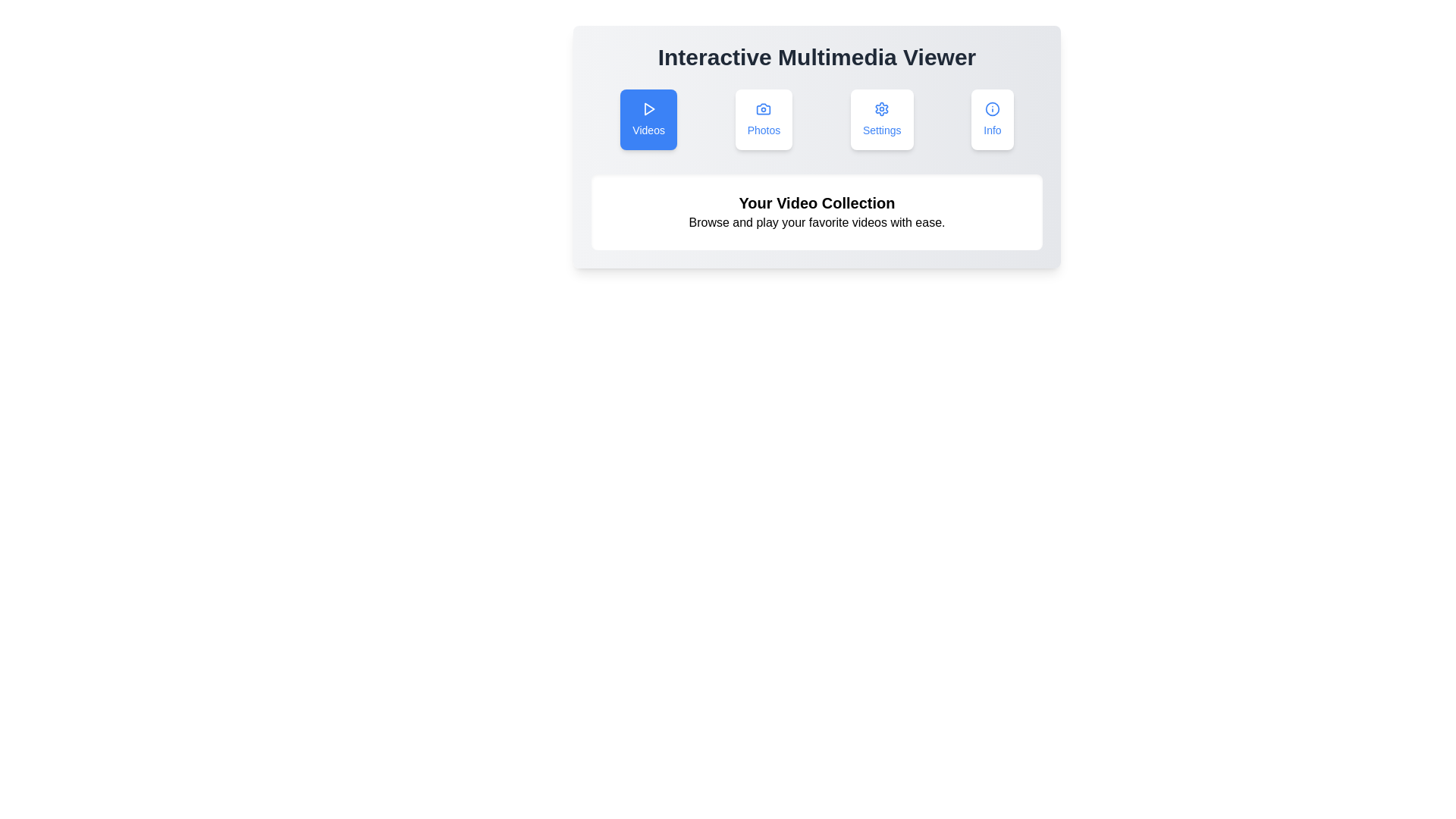 This screenshot has height=819, width=1456. What do you see at coordinates (649, 108) in the screenshot?
I see `the 'Videos' button icon, which is located centrally inside a blue rounded square button labeled 'Videos' in the upper section of the interface` at bounding box center [649, 108].